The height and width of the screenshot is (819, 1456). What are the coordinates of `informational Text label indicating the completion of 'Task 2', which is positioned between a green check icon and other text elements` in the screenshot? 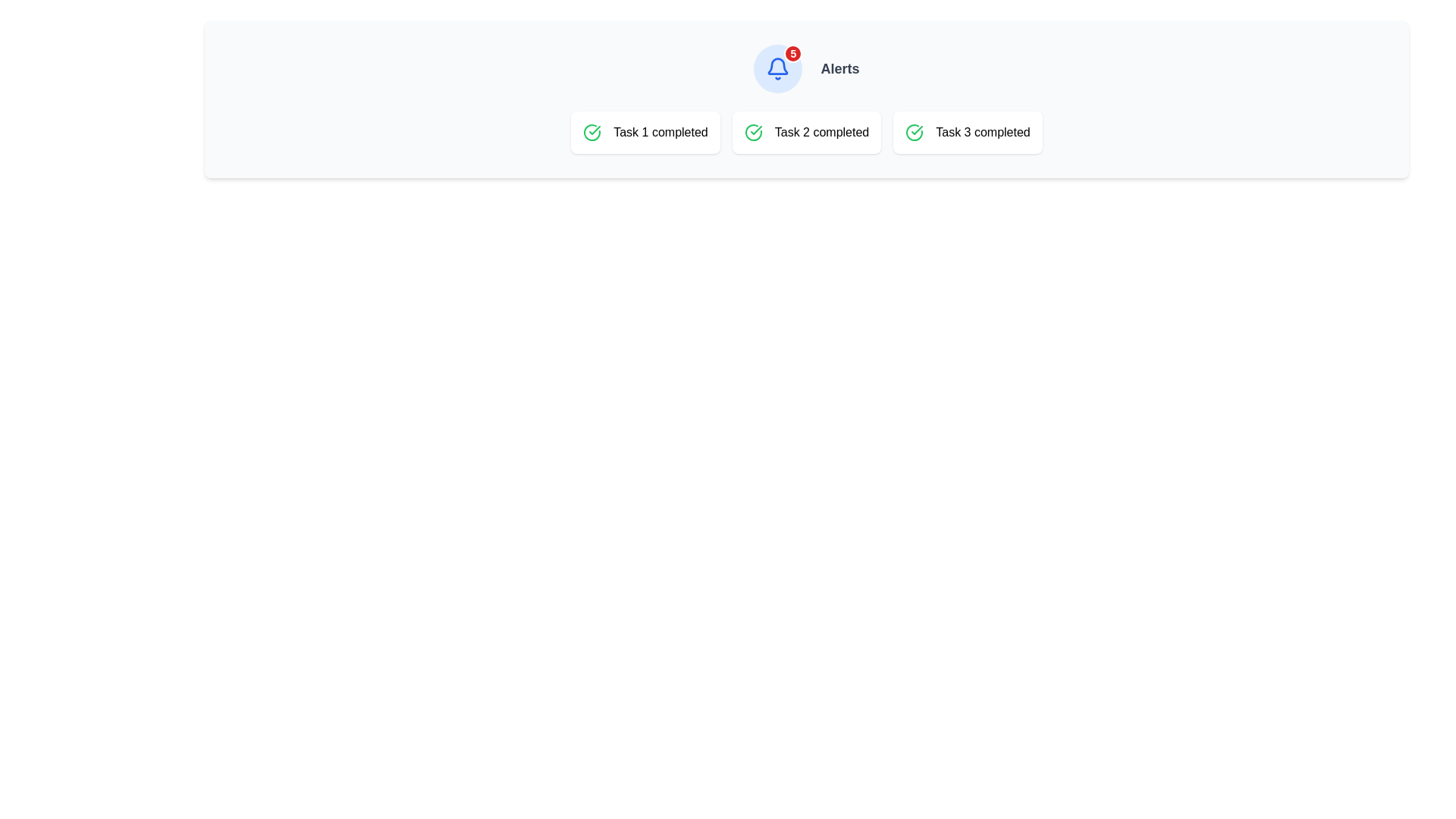 It's located at (821, 131).